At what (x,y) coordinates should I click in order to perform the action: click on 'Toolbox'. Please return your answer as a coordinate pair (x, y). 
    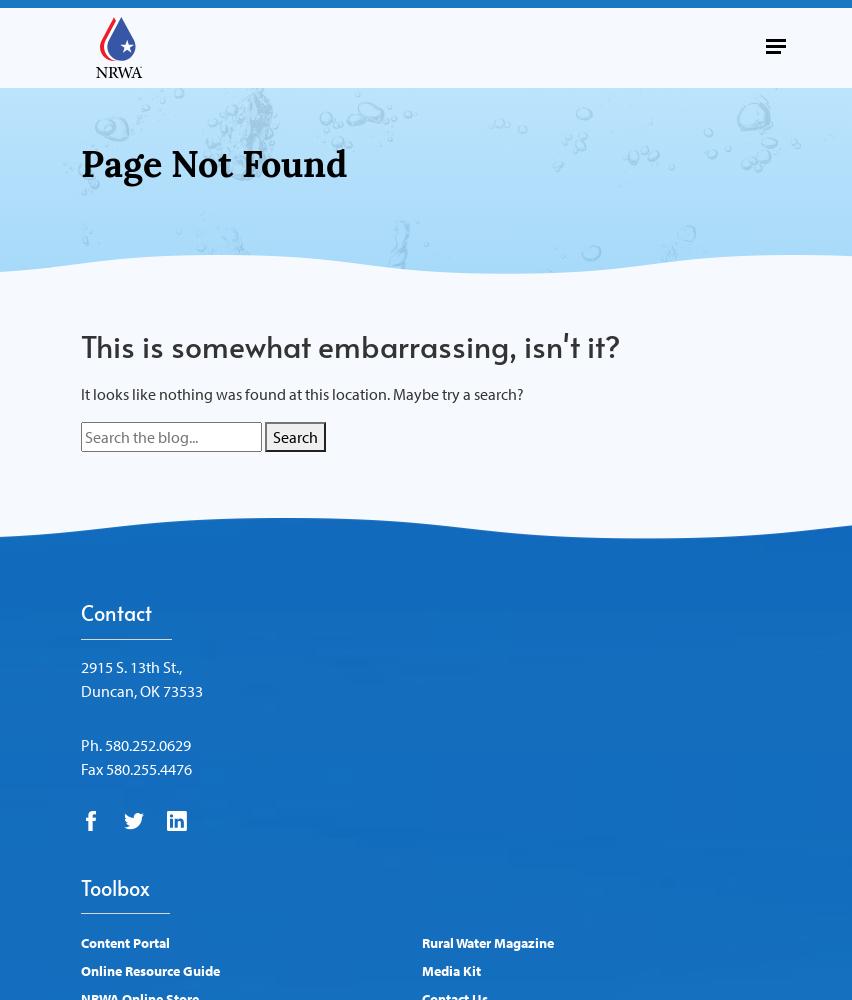
    Looking at the image, I should click on (115, 887).